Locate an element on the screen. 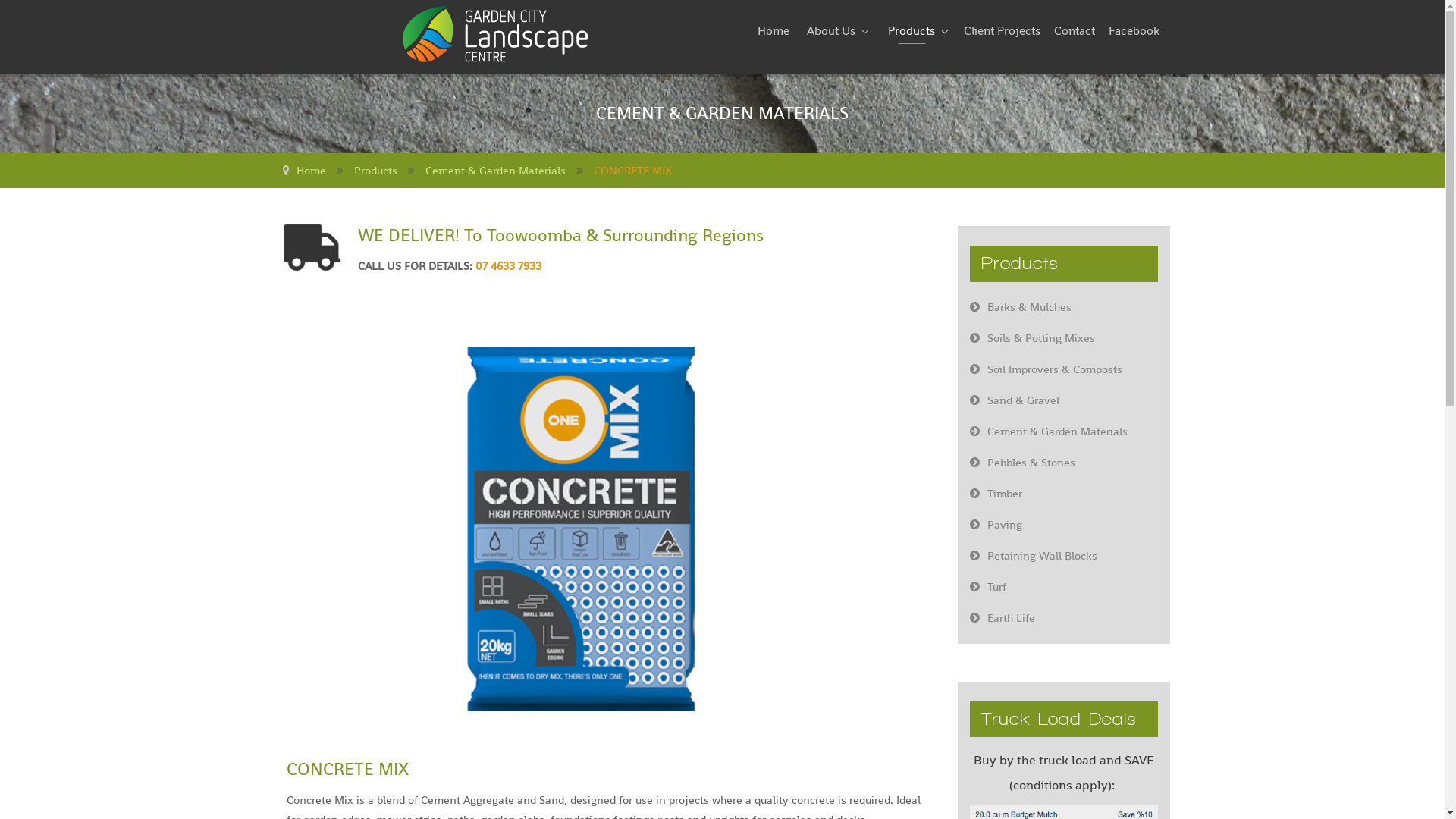 This screenshot has width=1456, height=819. 'About Us' is located at coordinates (835, 31).